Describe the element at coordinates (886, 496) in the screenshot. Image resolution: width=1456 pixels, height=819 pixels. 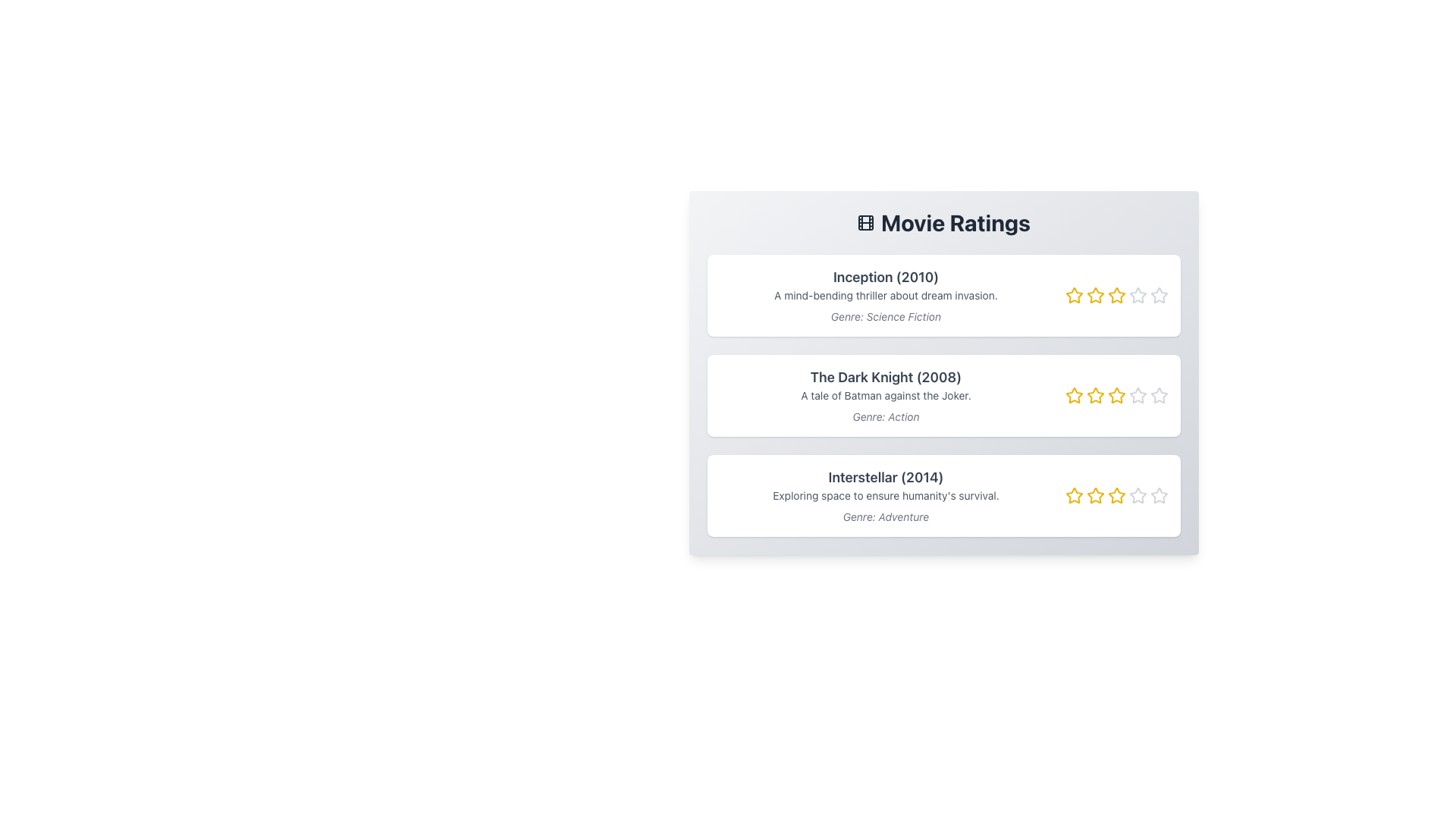
I see `the visual text component displaying information about the movie 'Interstellar (2014)'` at that location.